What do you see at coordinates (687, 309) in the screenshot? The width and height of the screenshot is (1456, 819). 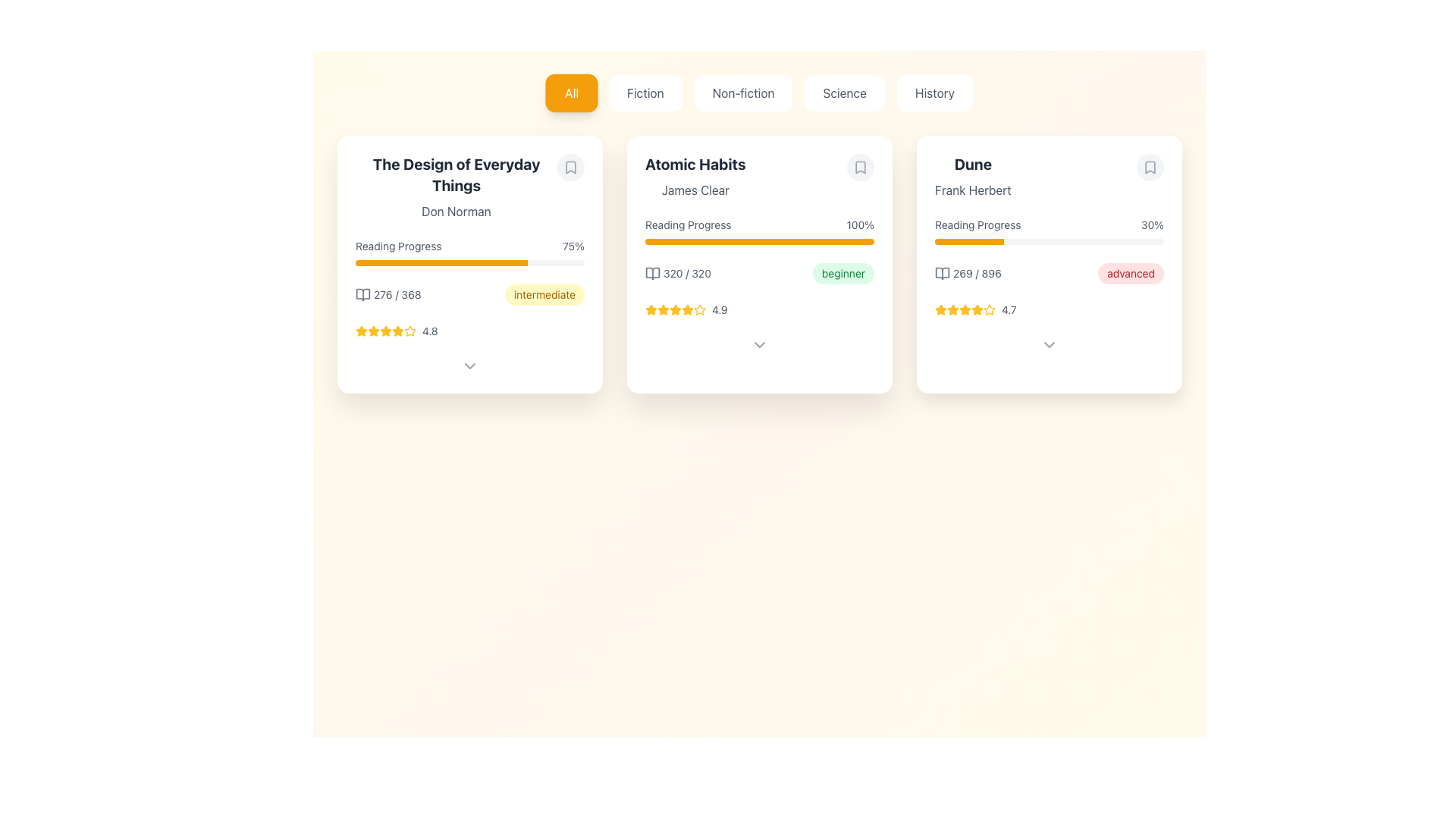 I see `the fourth star icon in the rating section of the 'Atomic Habits' card` at bounding box center [687, 309].